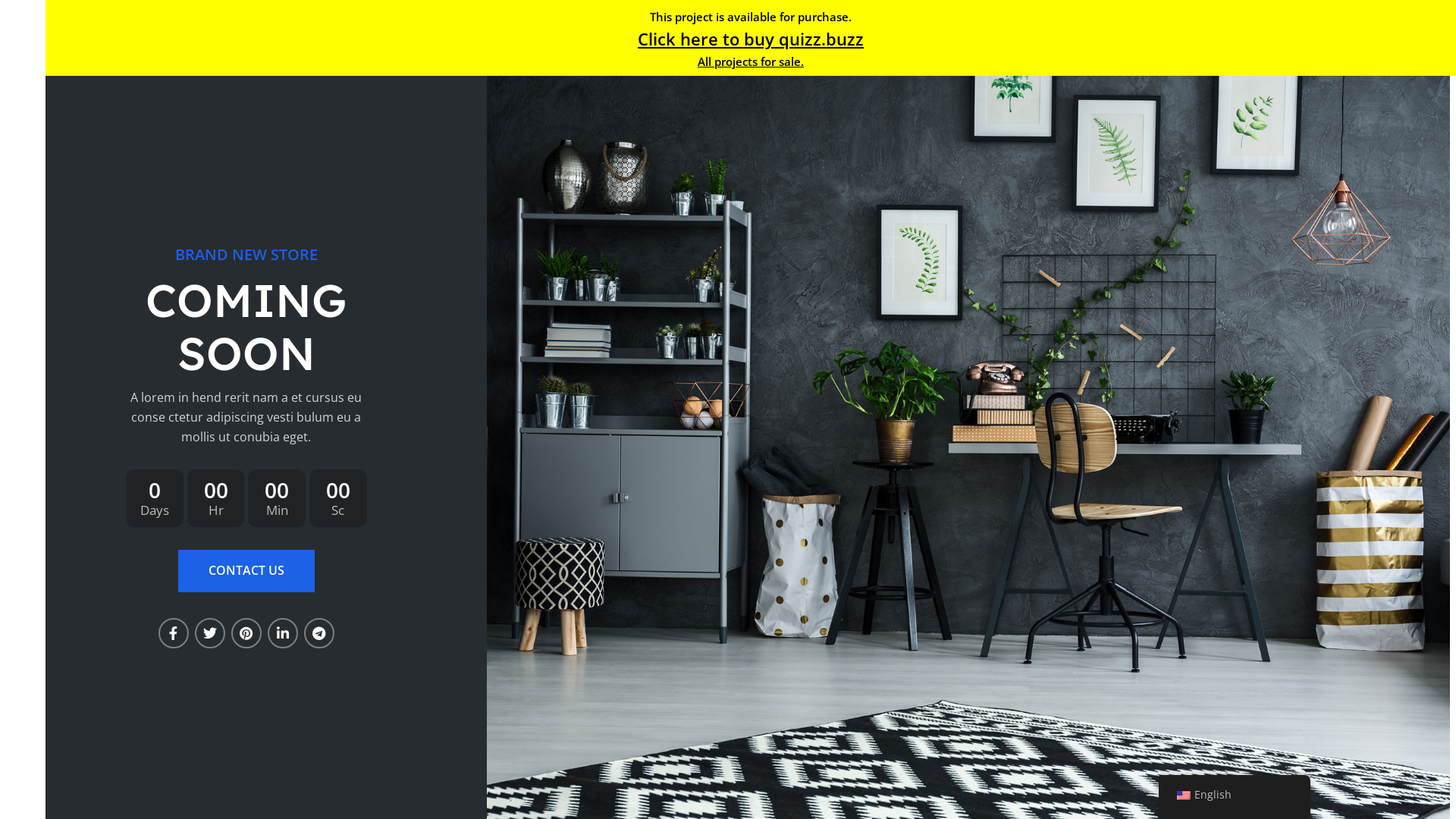 This screenshot has width=1456, height=819. I want to click on 'Click here to buy quizz.buzz', so click(750, 37).